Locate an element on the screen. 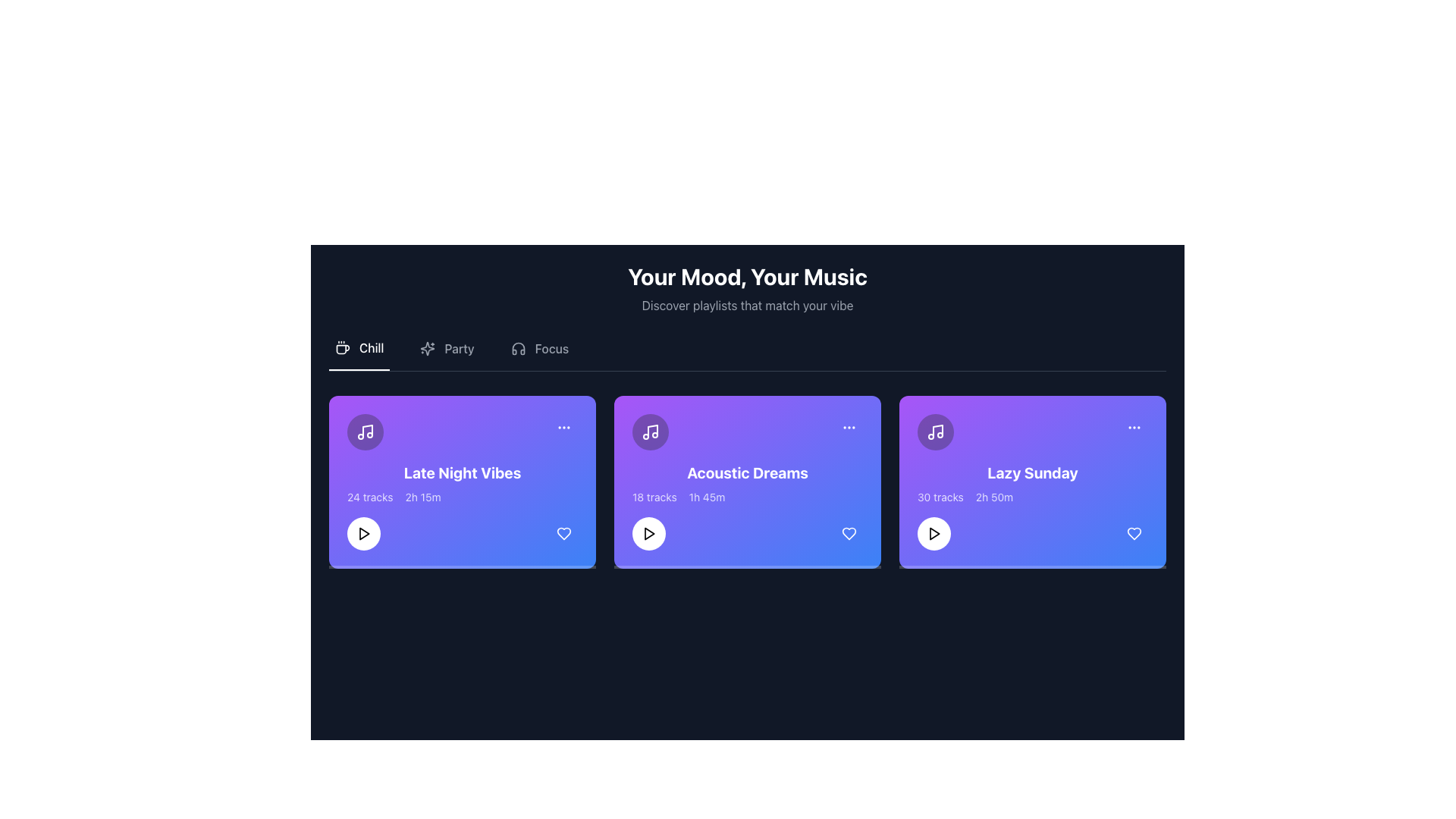  the play icon button, which is a triangle within a circular button located in the action bar of the second card under the 'Chill' tab section is located at coordinates (648, 533).